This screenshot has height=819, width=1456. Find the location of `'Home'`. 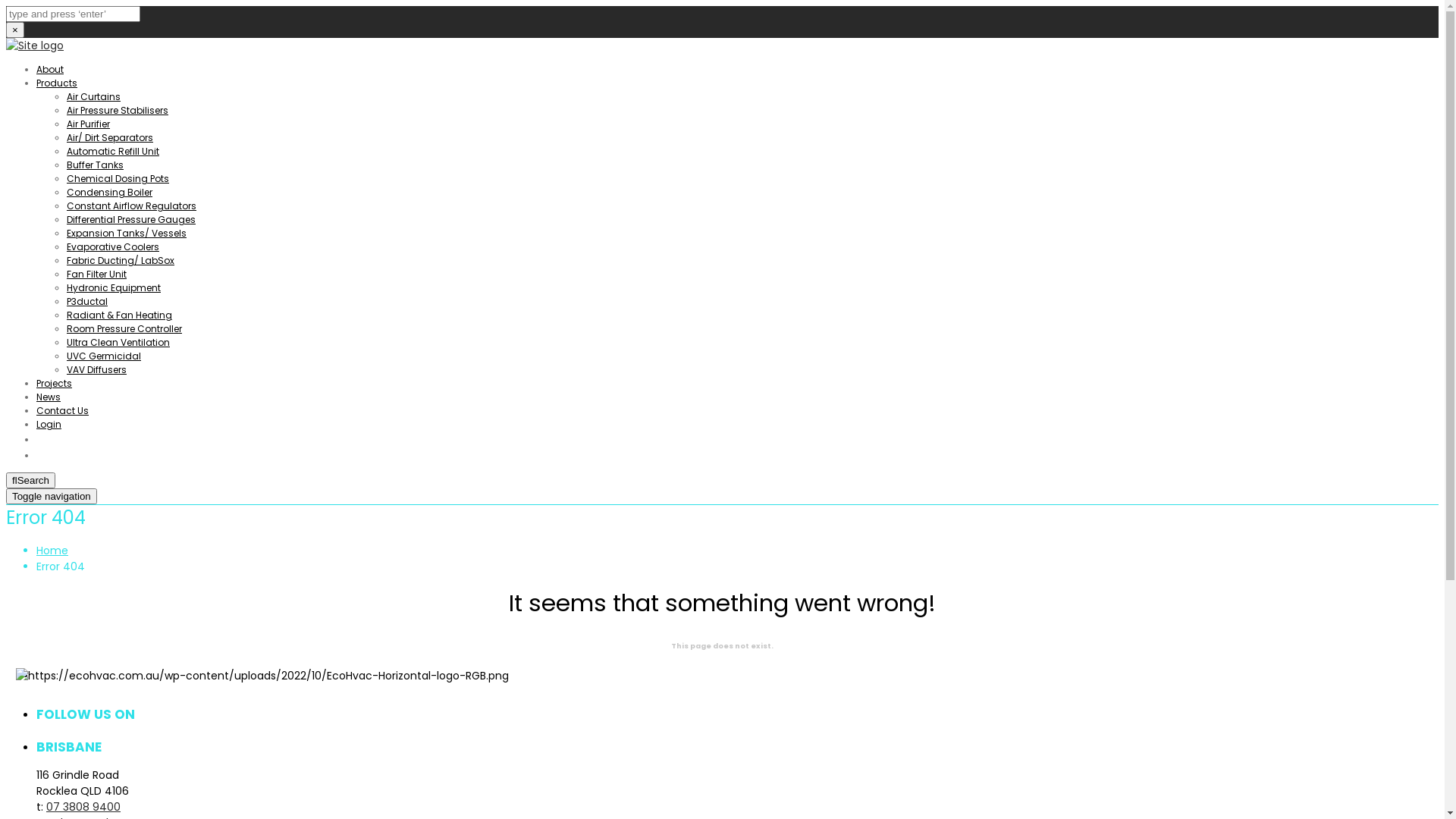

'Home' is located at coordinates (52, 550).